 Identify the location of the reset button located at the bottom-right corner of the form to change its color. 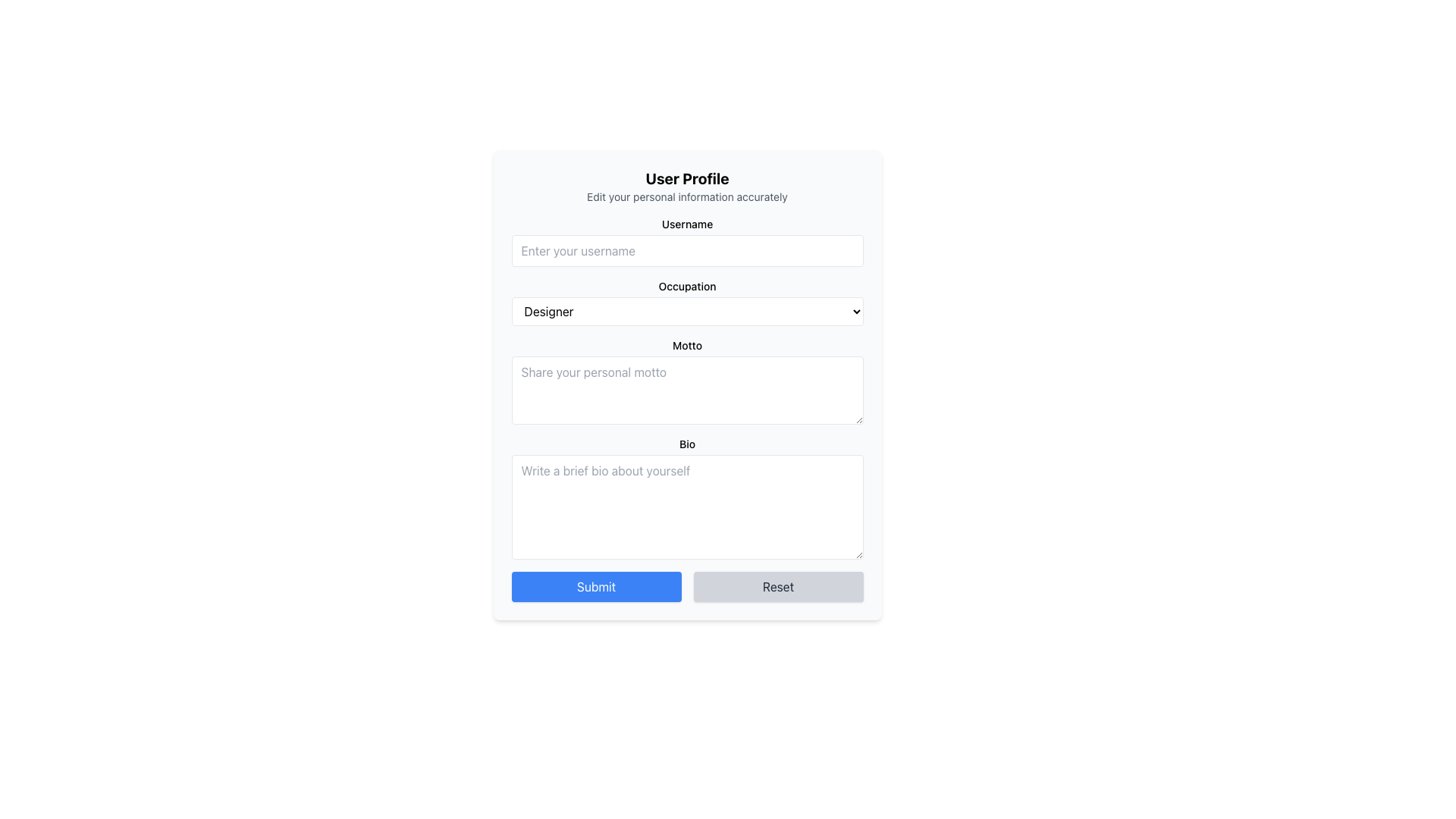
(778, 586).